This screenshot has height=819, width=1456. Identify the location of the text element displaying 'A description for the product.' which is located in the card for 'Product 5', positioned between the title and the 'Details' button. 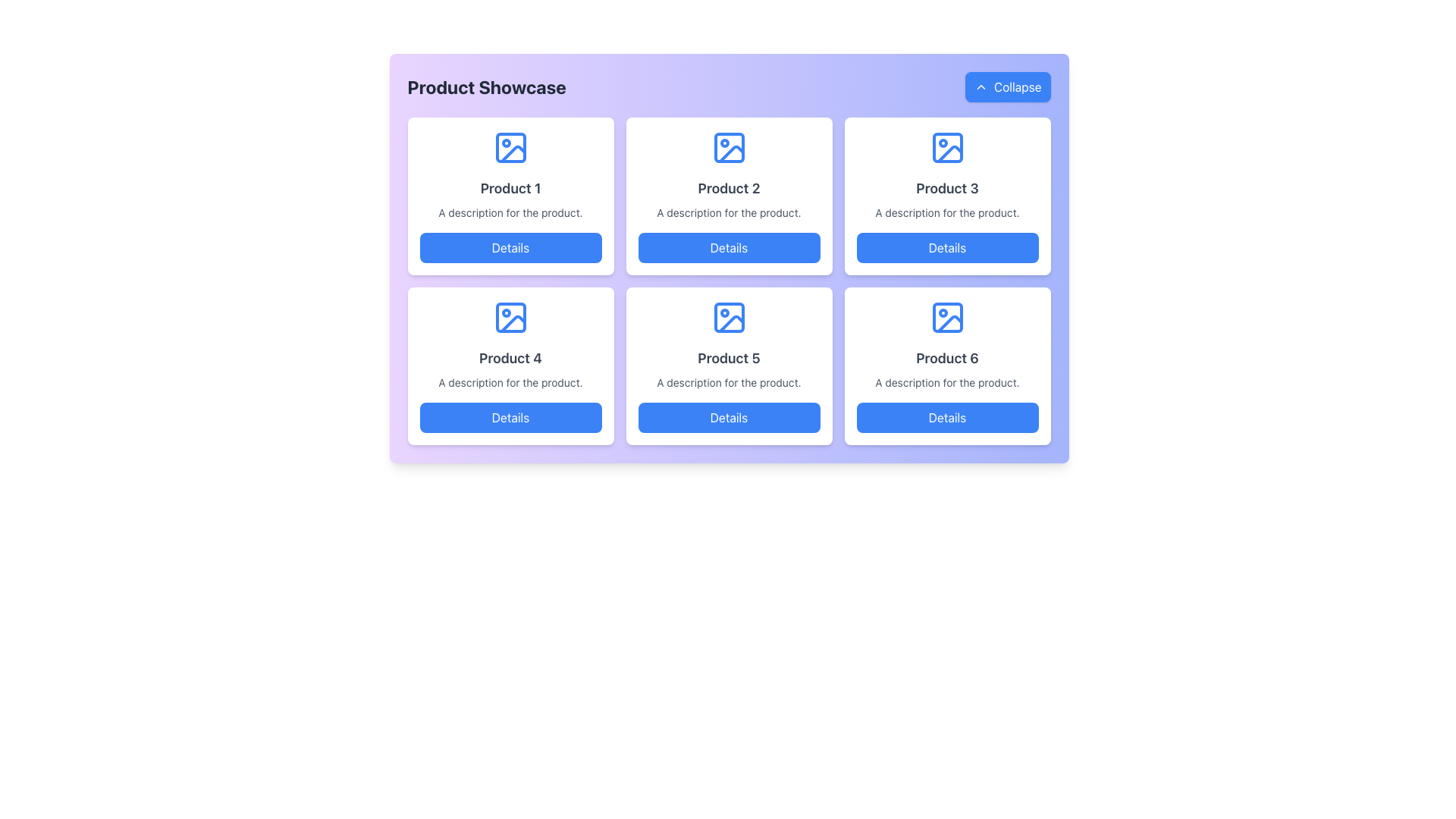
(729, 382).